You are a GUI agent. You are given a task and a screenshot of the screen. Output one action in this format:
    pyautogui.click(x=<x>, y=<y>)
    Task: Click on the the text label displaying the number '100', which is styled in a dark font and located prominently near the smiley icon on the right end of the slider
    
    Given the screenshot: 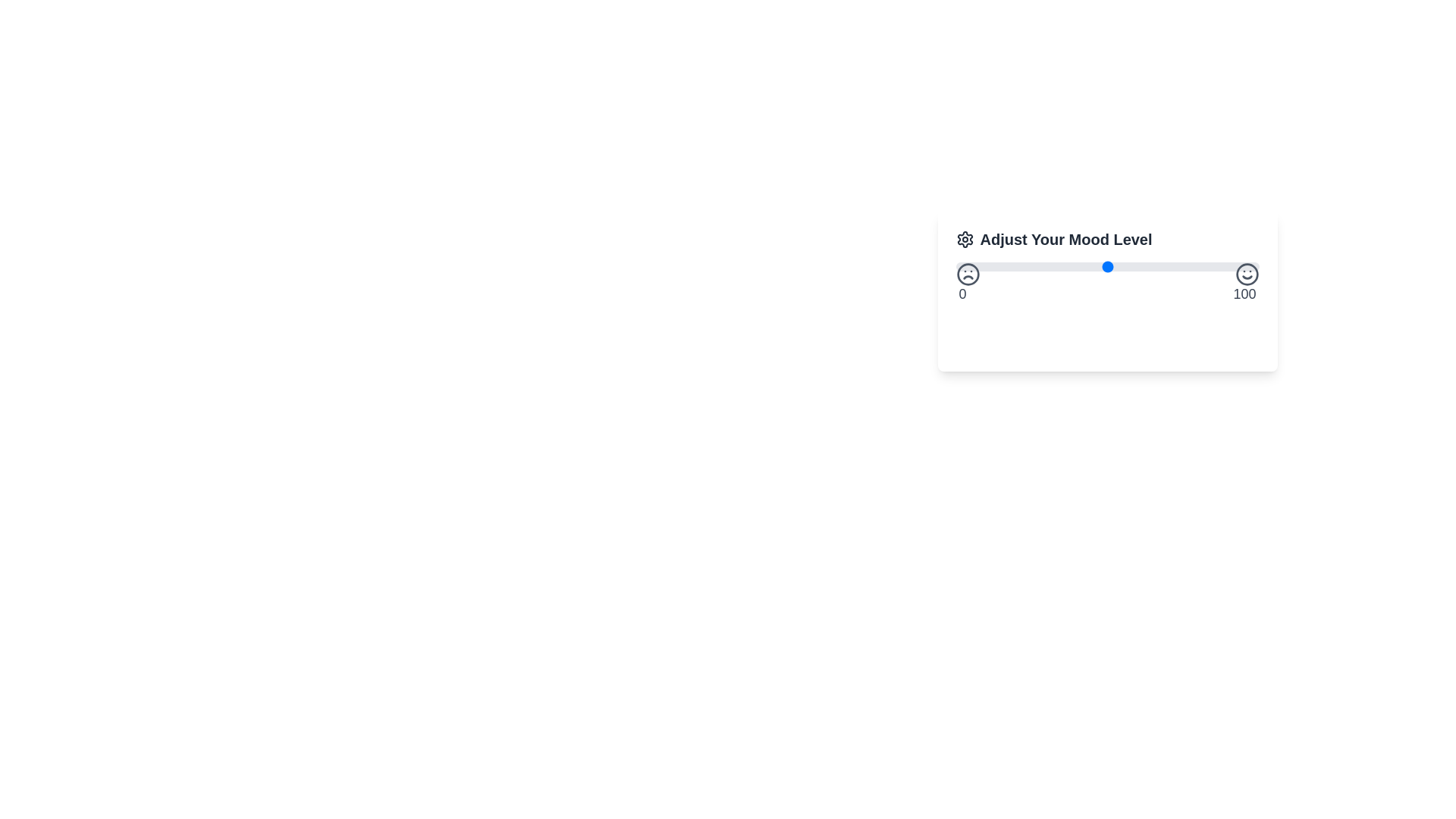 What is the action you would take?
    pyautogui.click(x=1244, y=294)
    